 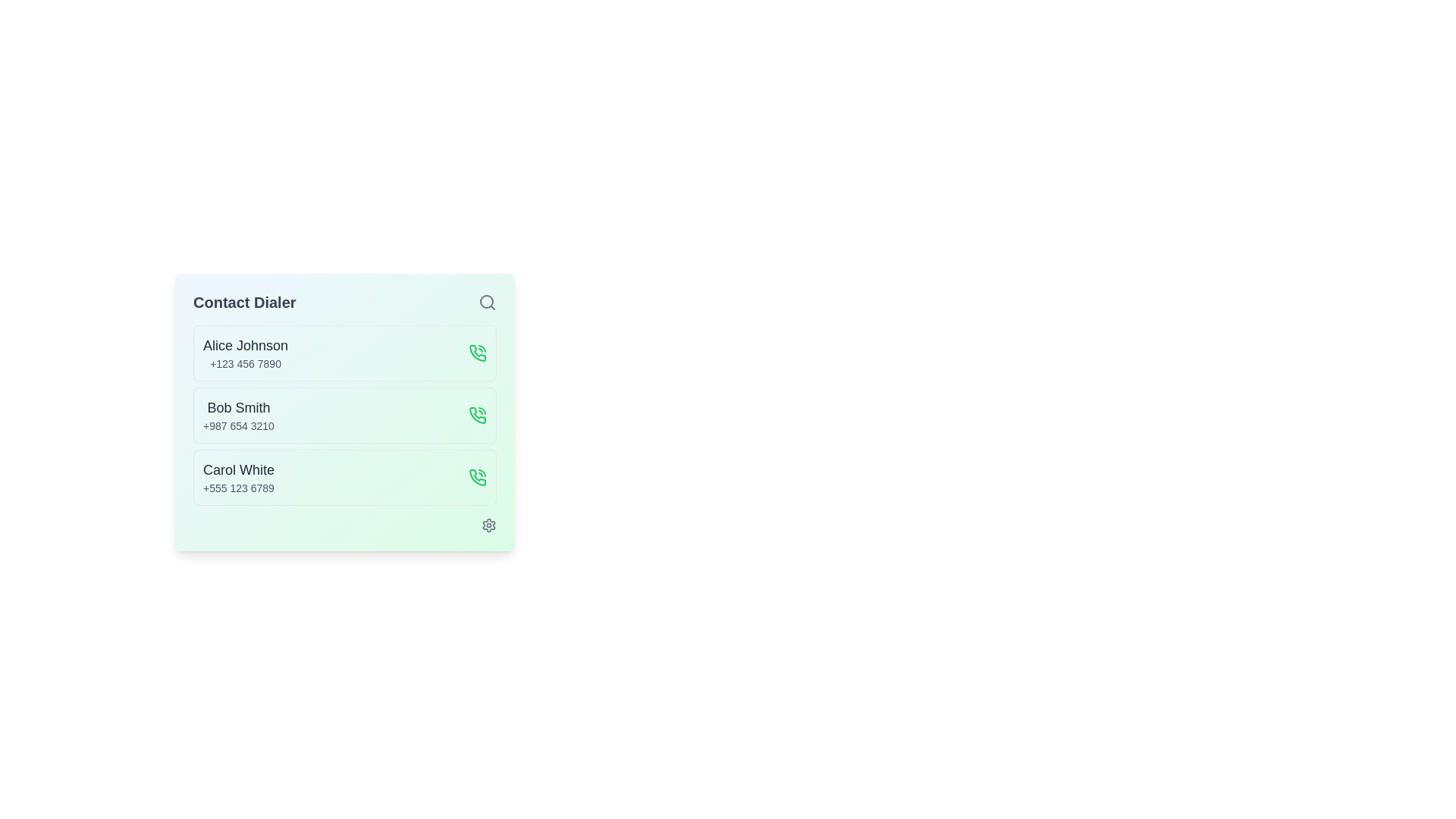 What do you see at coordinates (246, 345) in the screenshot?
I see `the bold text label displaying 'Alice Johnson', which is located at the top left corner of the first contact entry in the contact list` at bounding box center [246, 345].